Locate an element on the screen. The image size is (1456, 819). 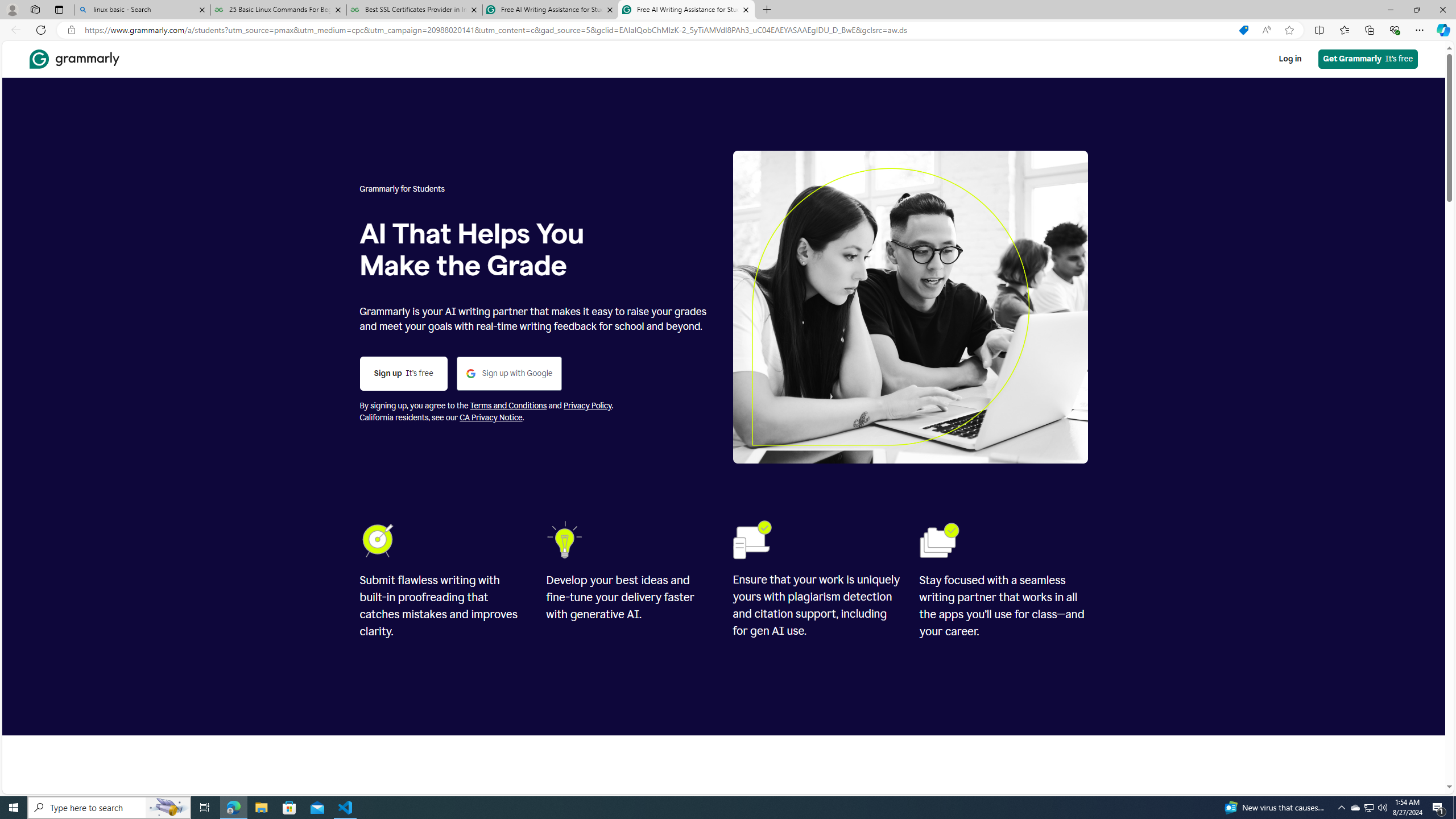
'Folders' is located at coordinates (938, 540).